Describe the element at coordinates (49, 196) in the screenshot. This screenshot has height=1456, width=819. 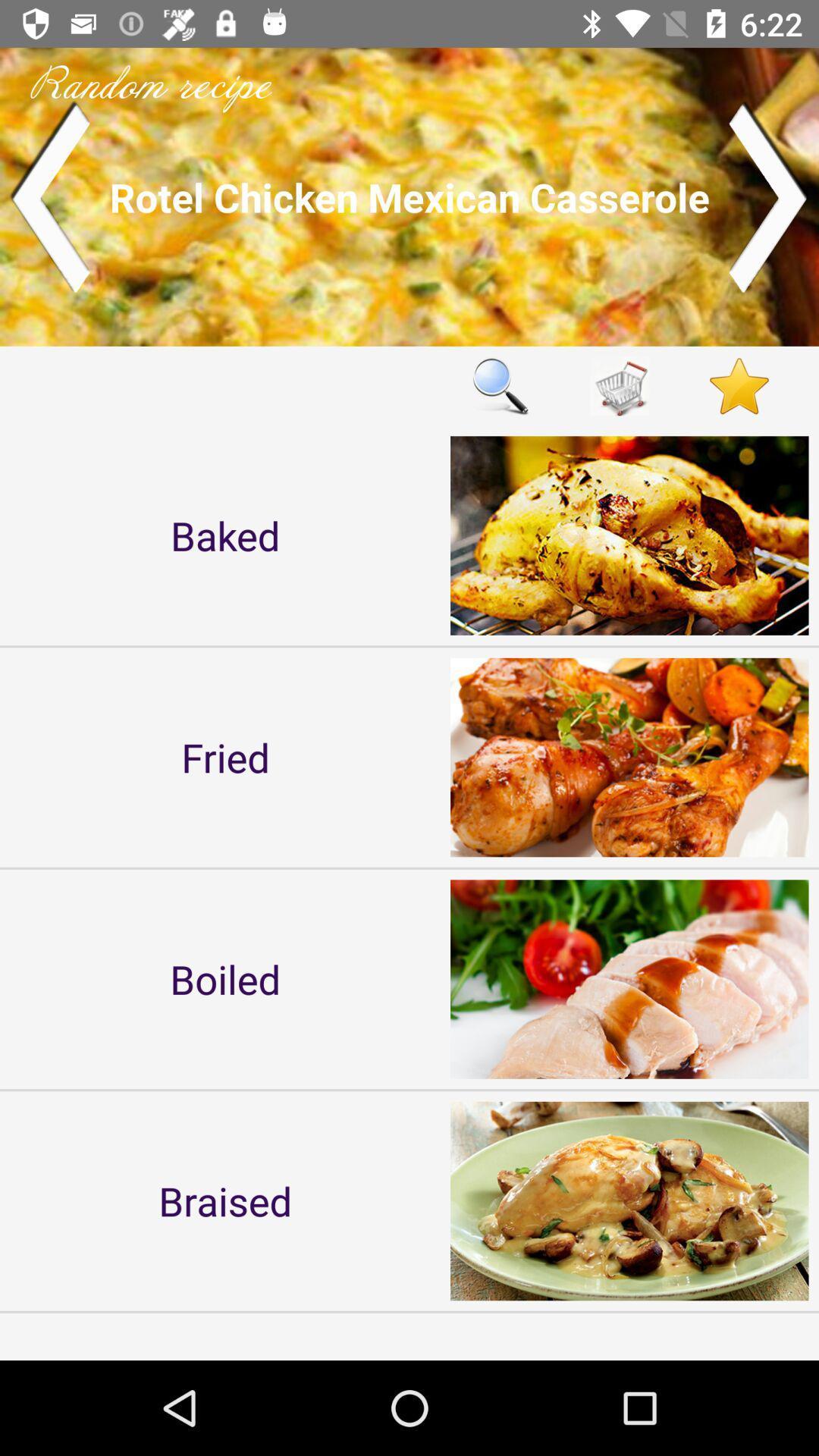
I see `previous` at that location.